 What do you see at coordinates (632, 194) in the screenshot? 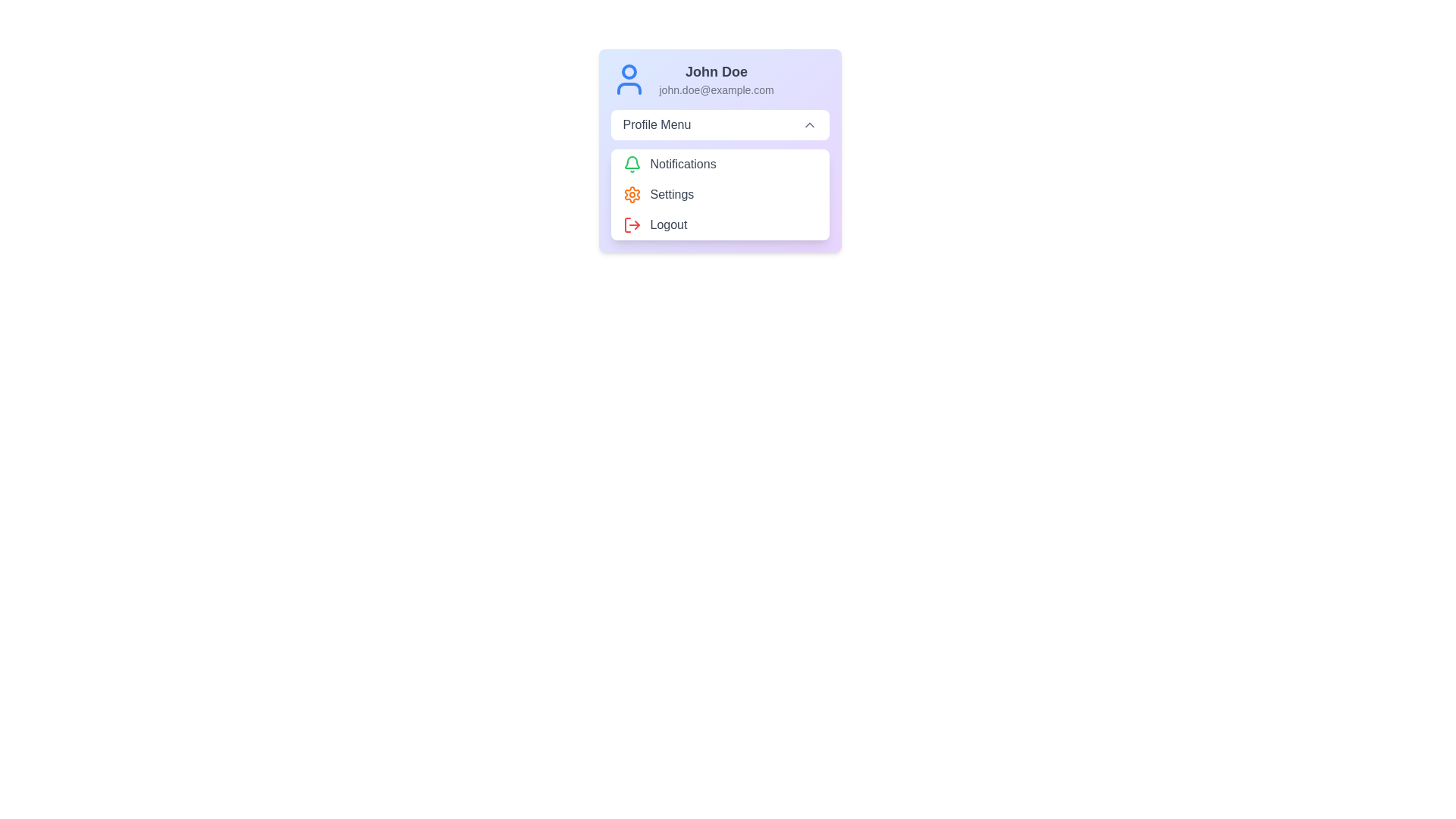
I see `the settings icon located in the dropdown menu of the profile card, positioned between the 'Notifications' bell icon and the 'Logout' arrow icon` at bounding box center [632, 194].